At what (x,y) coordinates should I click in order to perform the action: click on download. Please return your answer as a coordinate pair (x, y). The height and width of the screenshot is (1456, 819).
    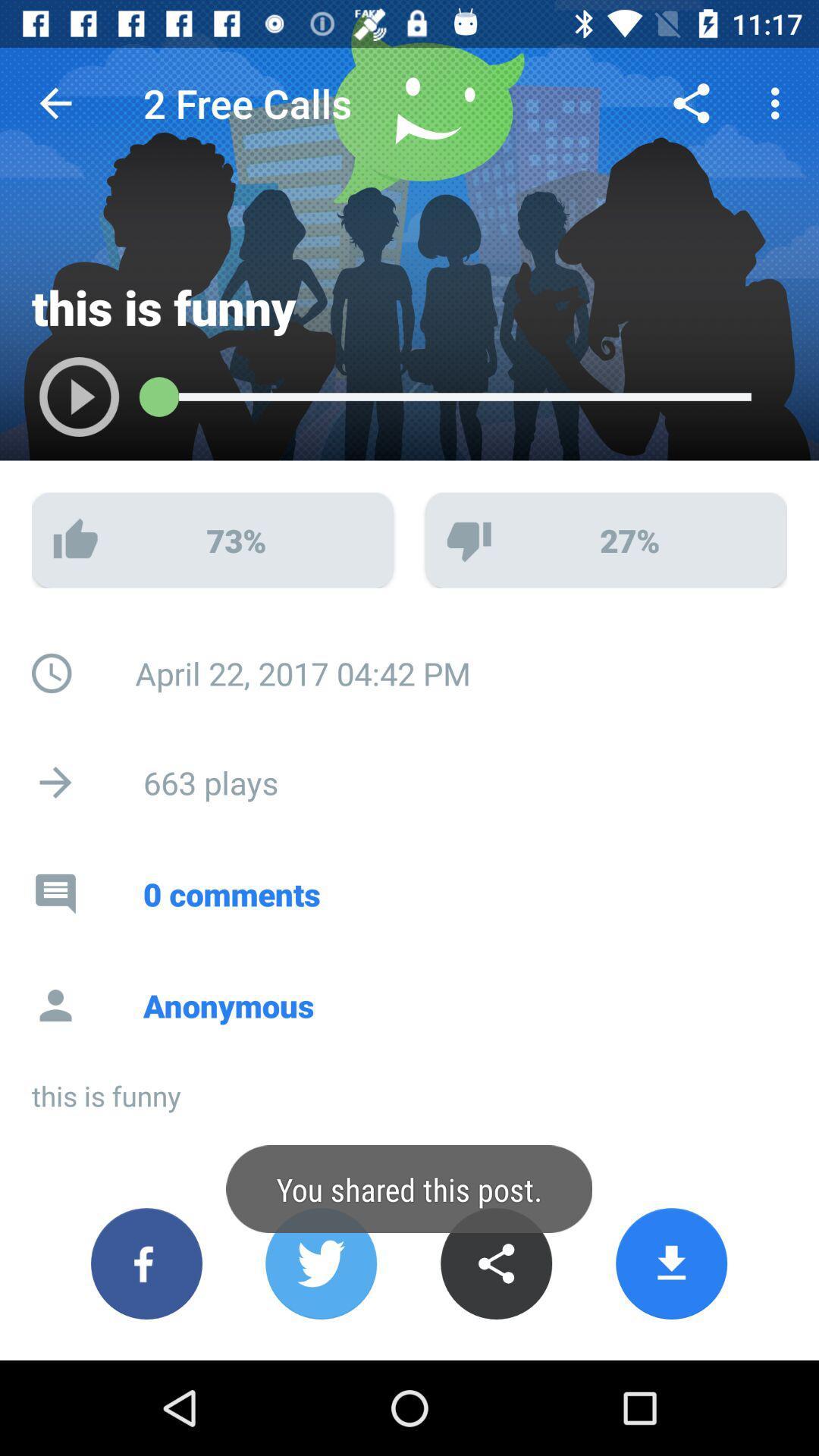
    Looking at the image, I should click on (670, 1263).